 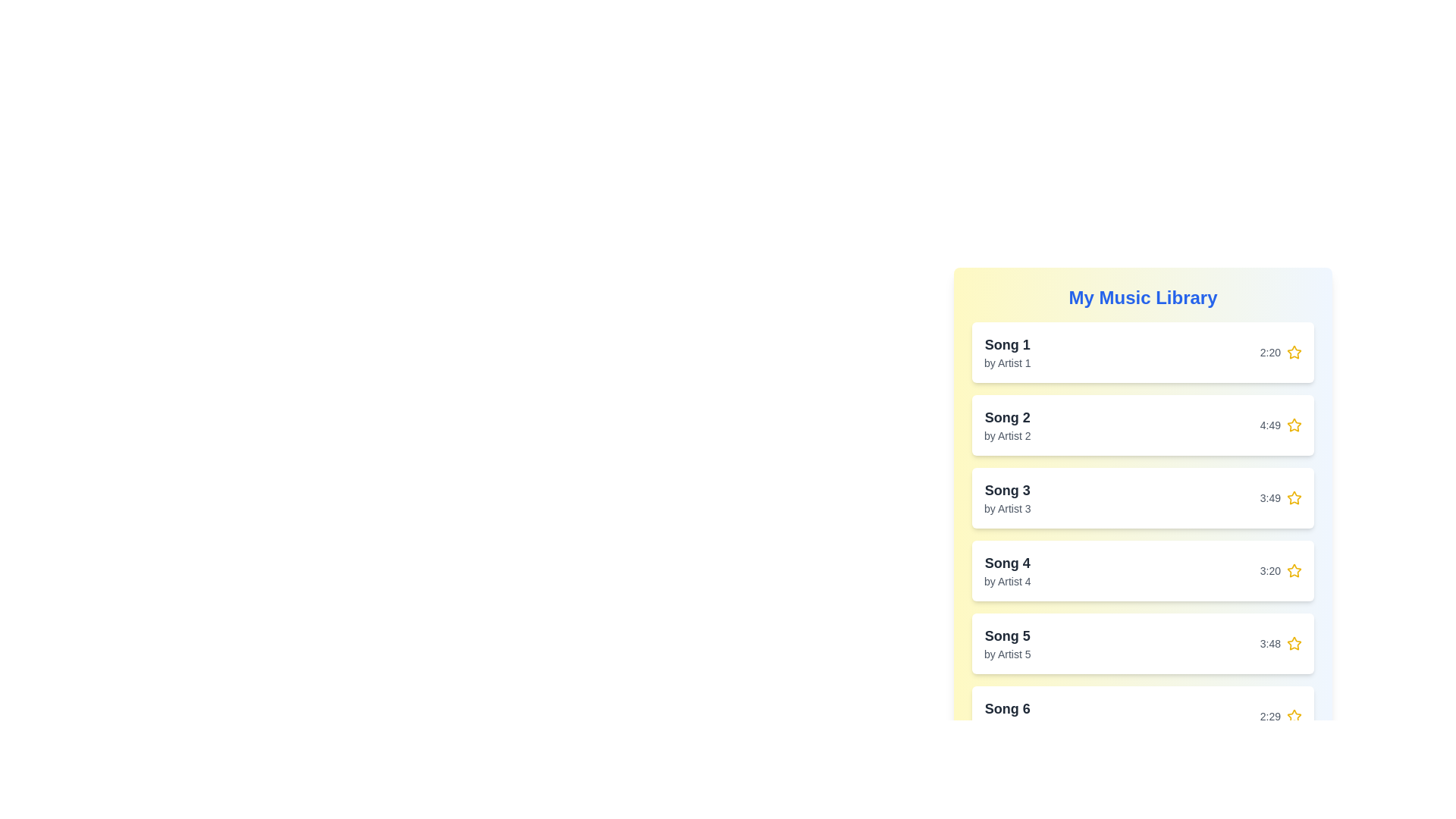 What do you see at coordinates (1007, 418) in the screenshot?
I see `the text label displaying 'Song 2', which is bold and dark gray, located in the second list item of the music library interface, to interact with adjacent elements` at bounding box center [1007, 418].